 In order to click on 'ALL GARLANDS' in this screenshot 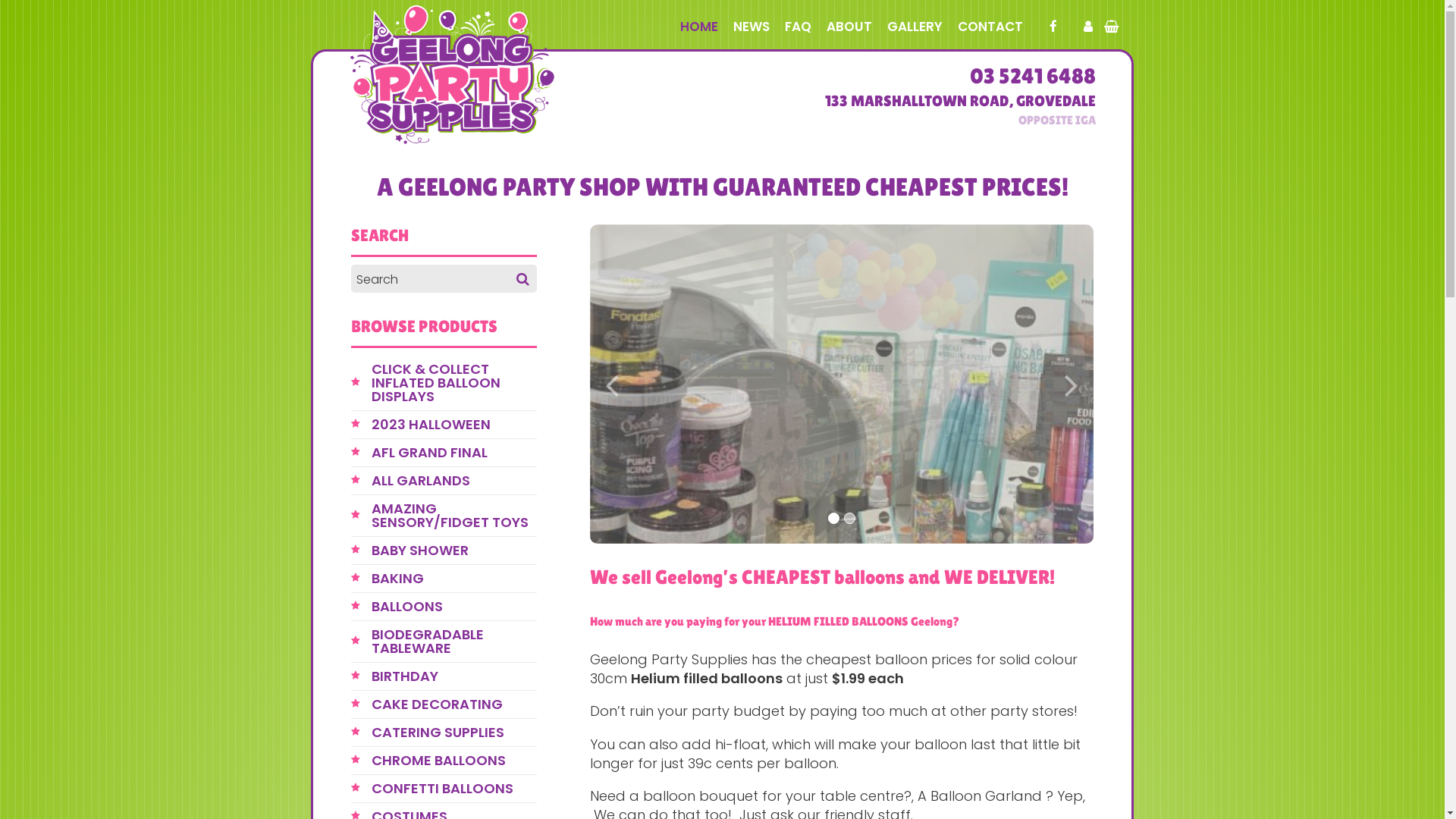, I will do `click(453, 480)`.